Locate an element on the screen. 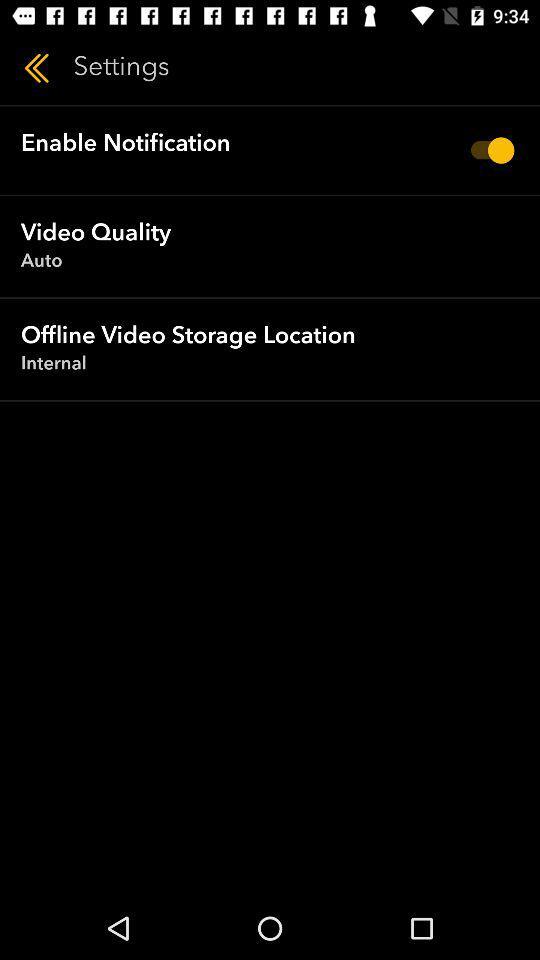 The image size is (540, 960). the icon to the left of the settings item is located at coordinates (36, 68).